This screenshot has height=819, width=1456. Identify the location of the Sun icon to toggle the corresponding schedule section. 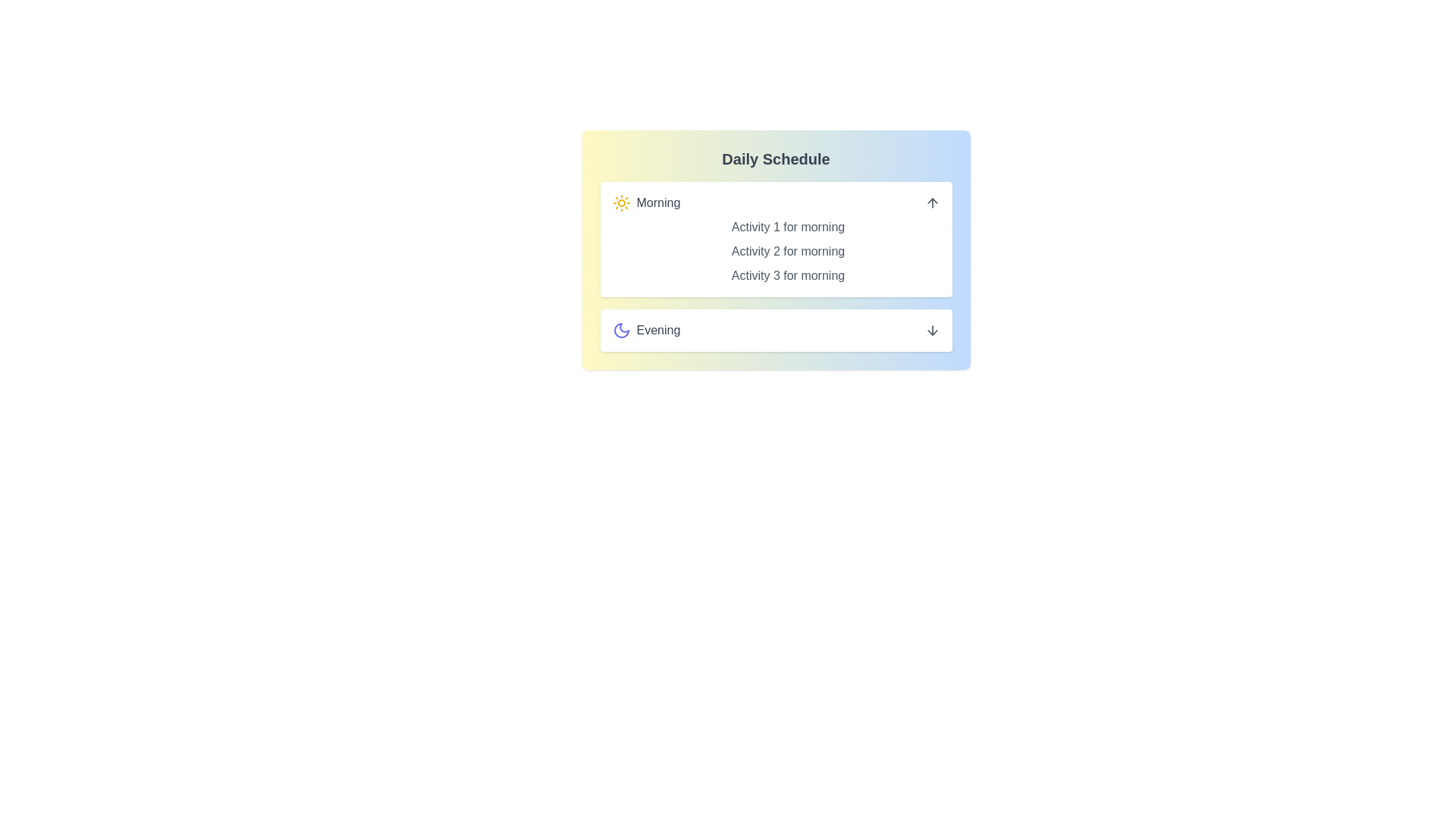
(621, 202).